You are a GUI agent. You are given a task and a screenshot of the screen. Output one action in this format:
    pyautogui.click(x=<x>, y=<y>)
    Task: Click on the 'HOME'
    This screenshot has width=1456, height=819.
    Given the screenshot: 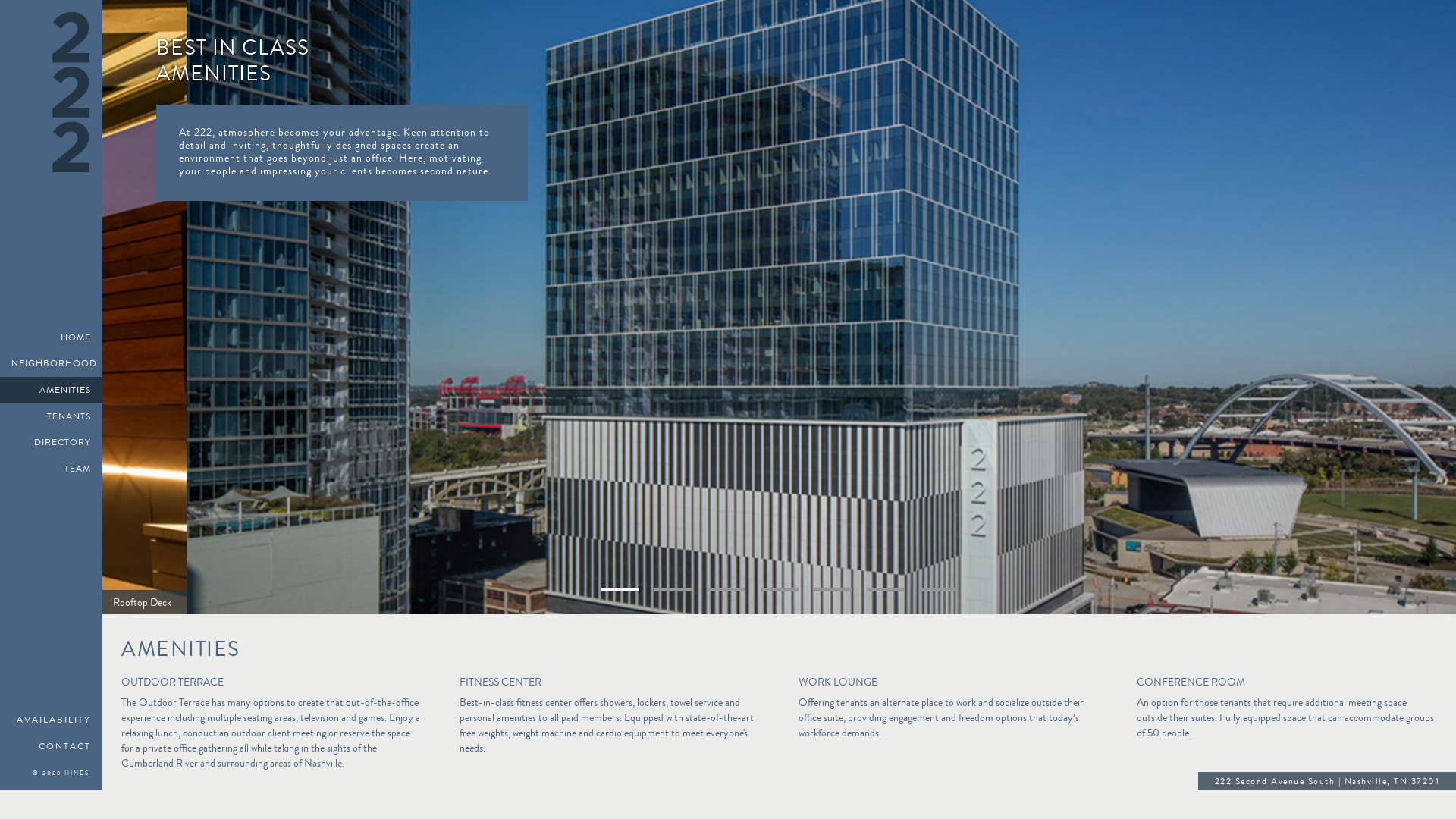 What is the action you would take?
    pyautogui.click(x=51, y=337)
    